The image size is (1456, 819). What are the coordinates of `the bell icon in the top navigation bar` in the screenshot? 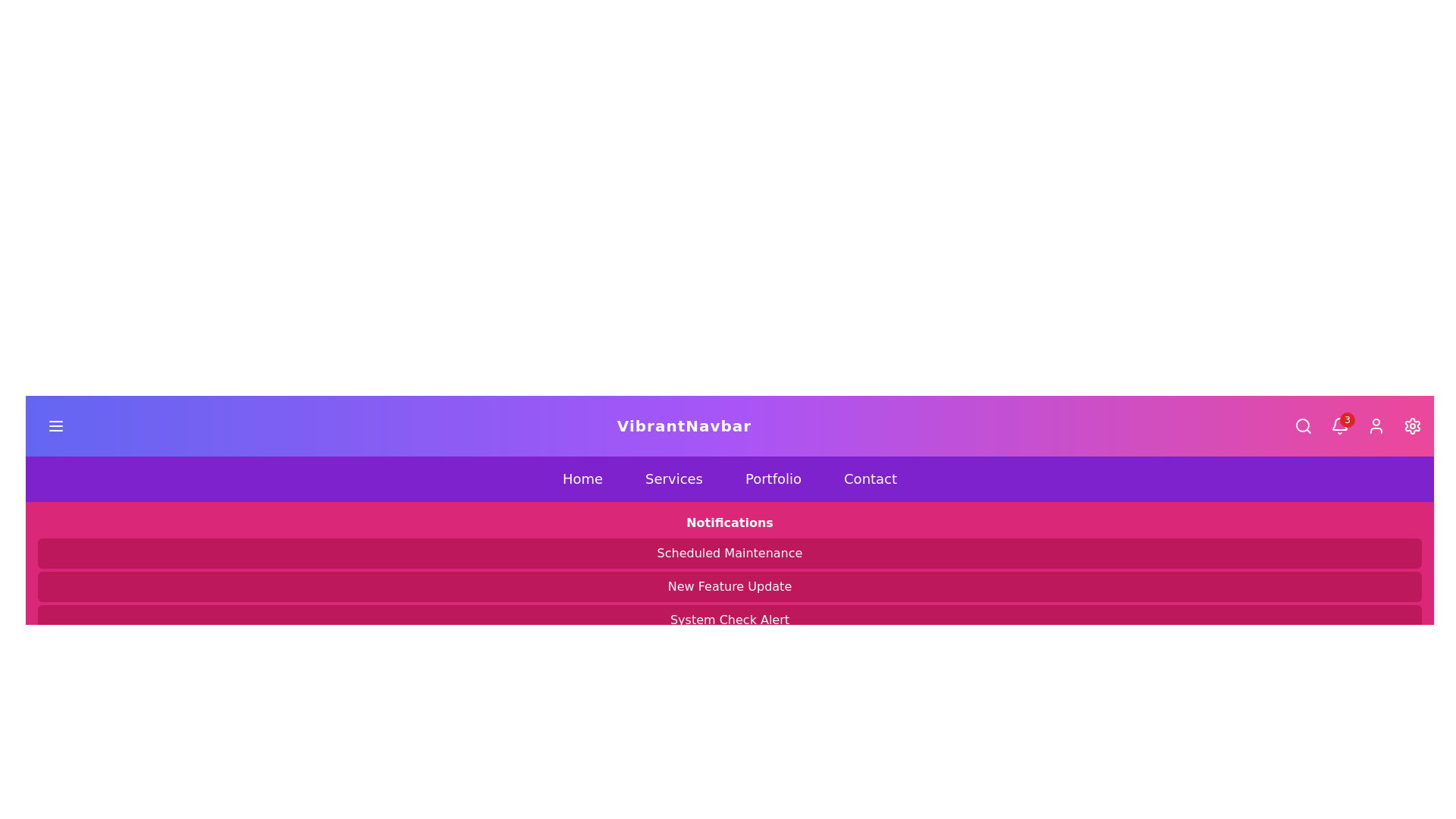 It's located at (1339, 426).